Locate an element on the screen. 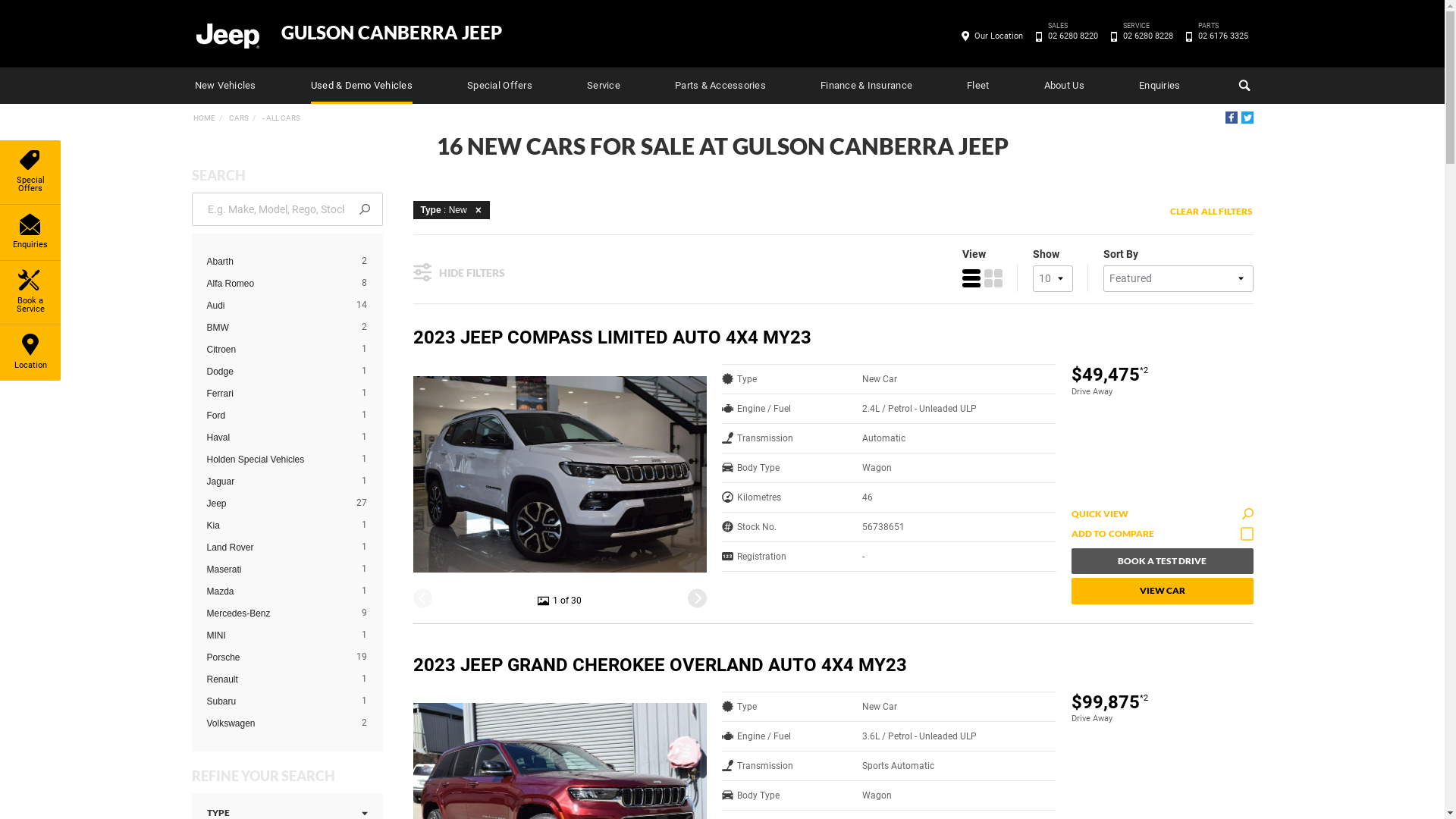  'Service' is located at coordinates (585, 85).